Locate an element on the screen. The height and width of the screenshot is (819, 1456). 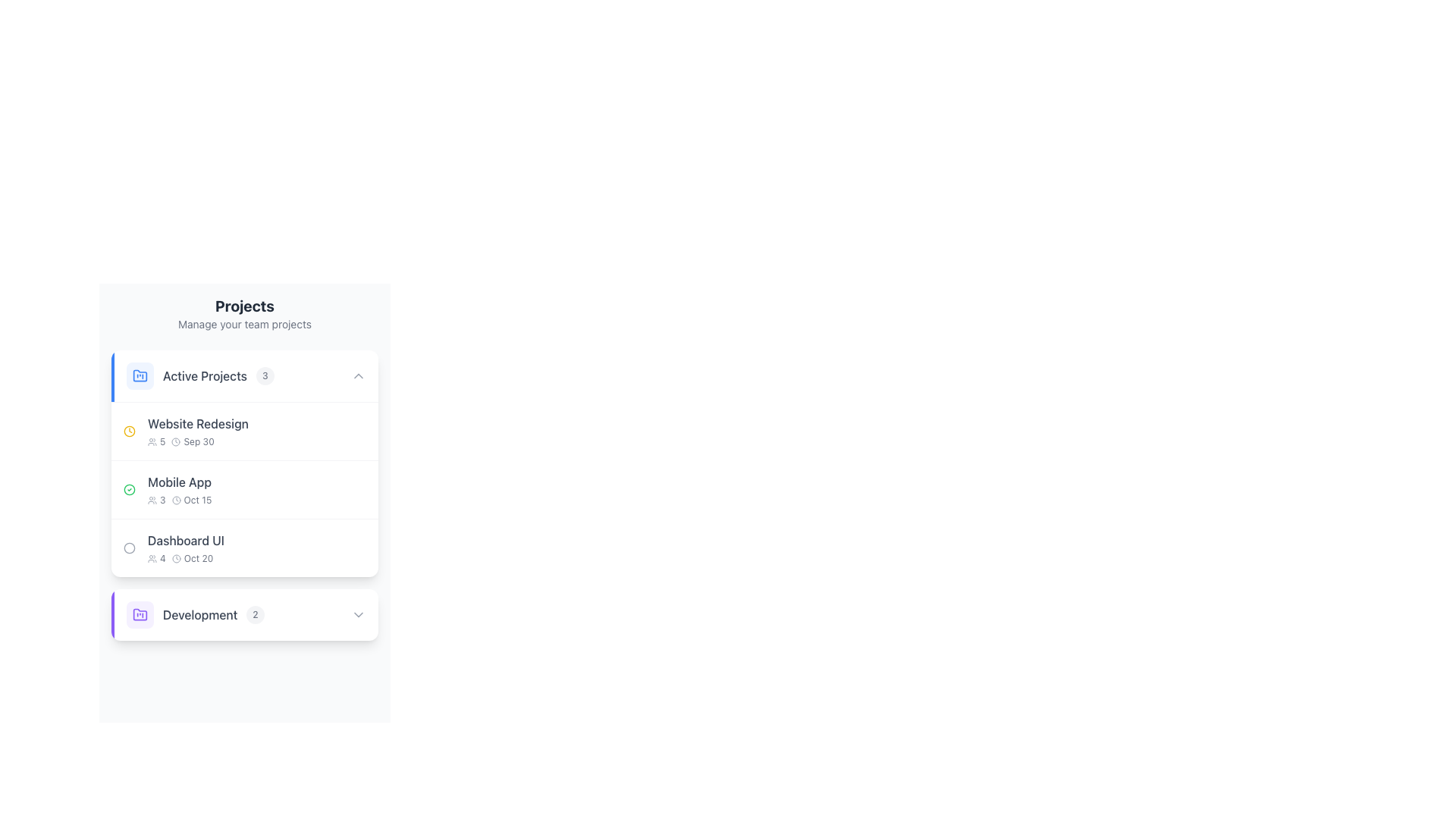
the Circle or SVG graphical element located at the bottom-right corner of the 'Dashboard UI' in the 'Active Projects' list, which serves as a decorative or status indicator is located at coordinates (355, 548).